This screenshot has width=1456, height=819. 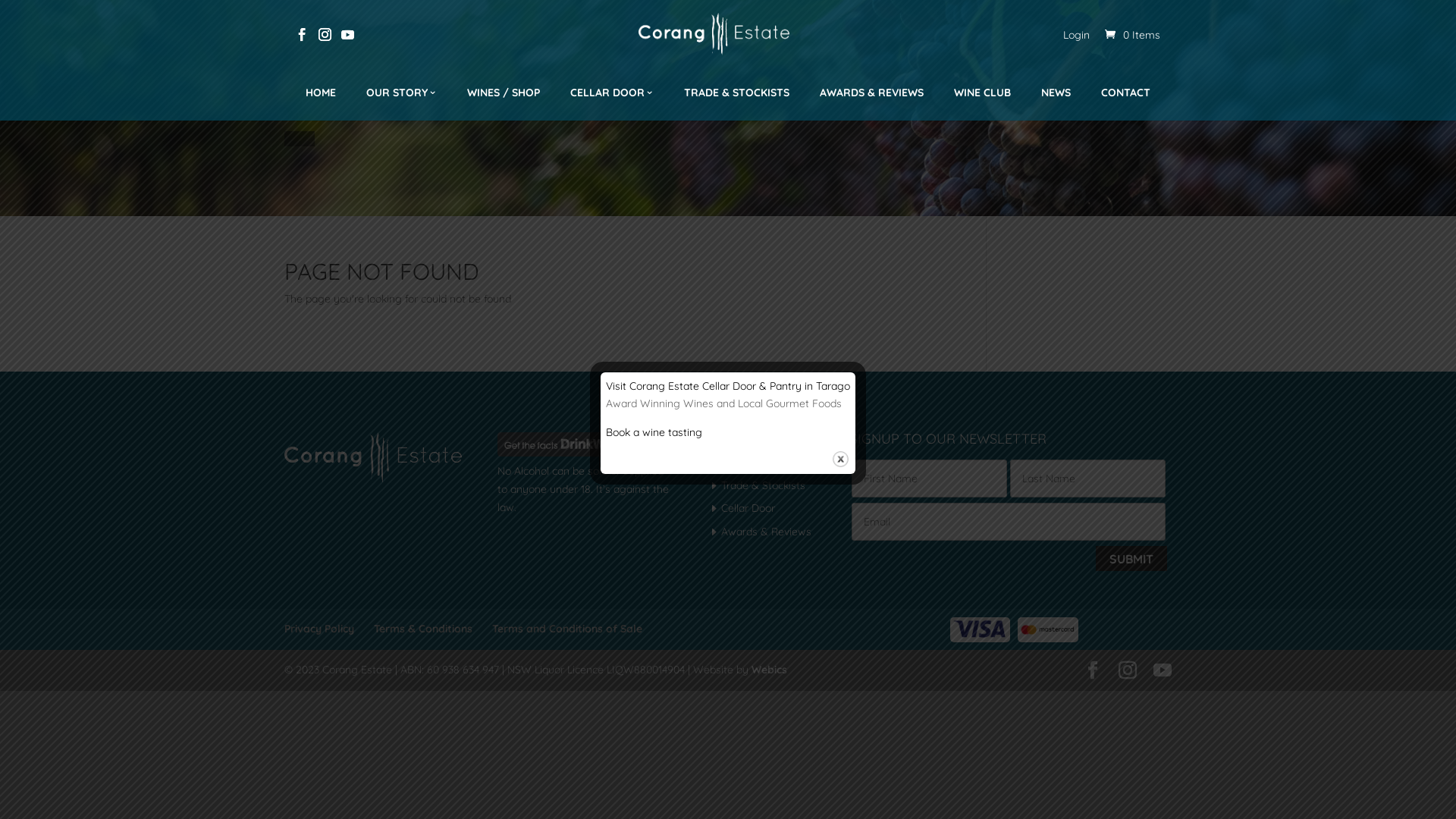 What do you see at coordinates (767, 461) in the screenshot?
I see `'Join Our Wine Club'` at bounding box center [767, 461].